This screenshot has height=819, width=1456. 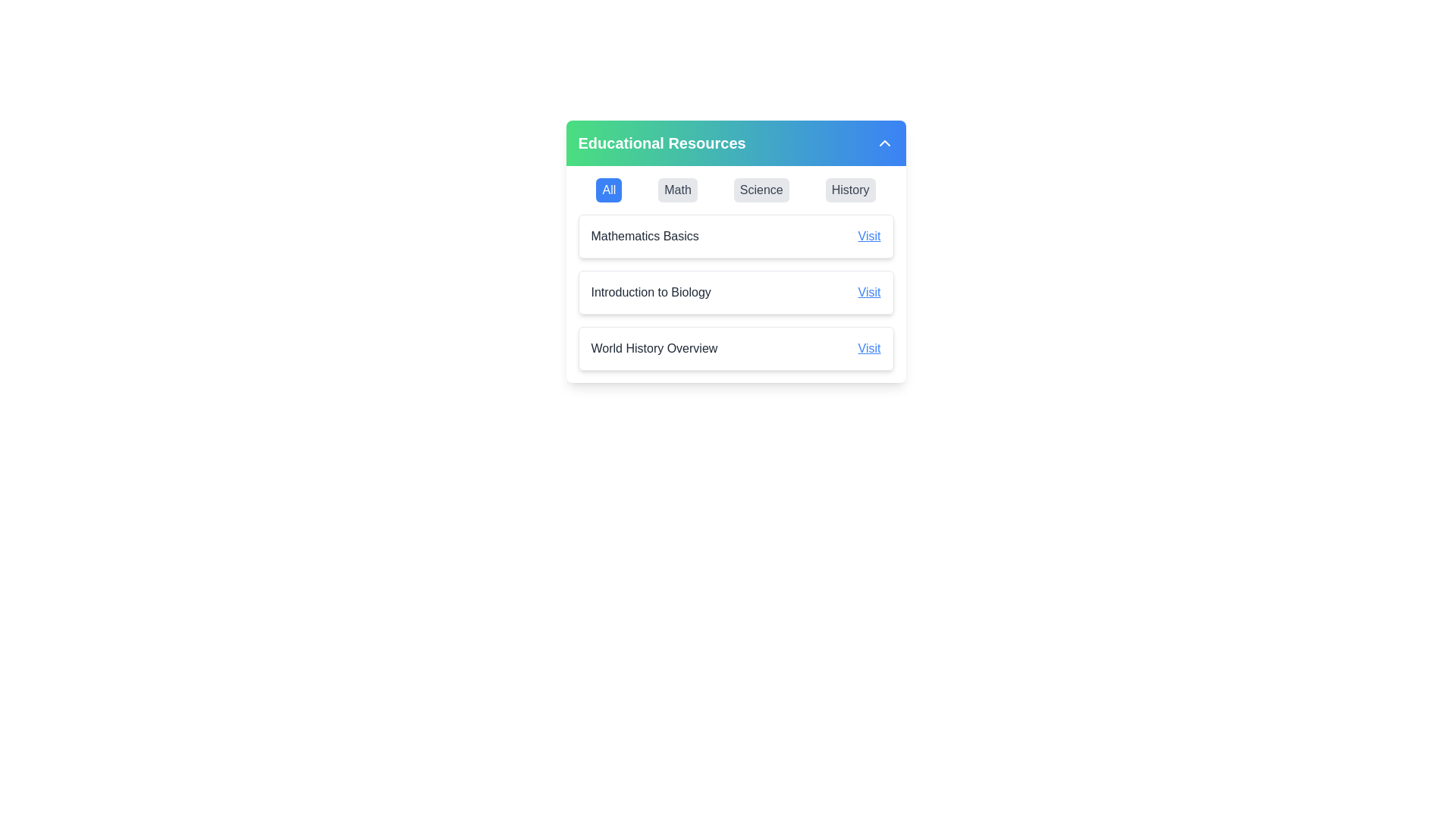 I want to click on the header panel styled with a gradient background that contains the text 'Educational Resources' in bold white font and an interactive icon aligned to the right, so click(x=736, y=143).